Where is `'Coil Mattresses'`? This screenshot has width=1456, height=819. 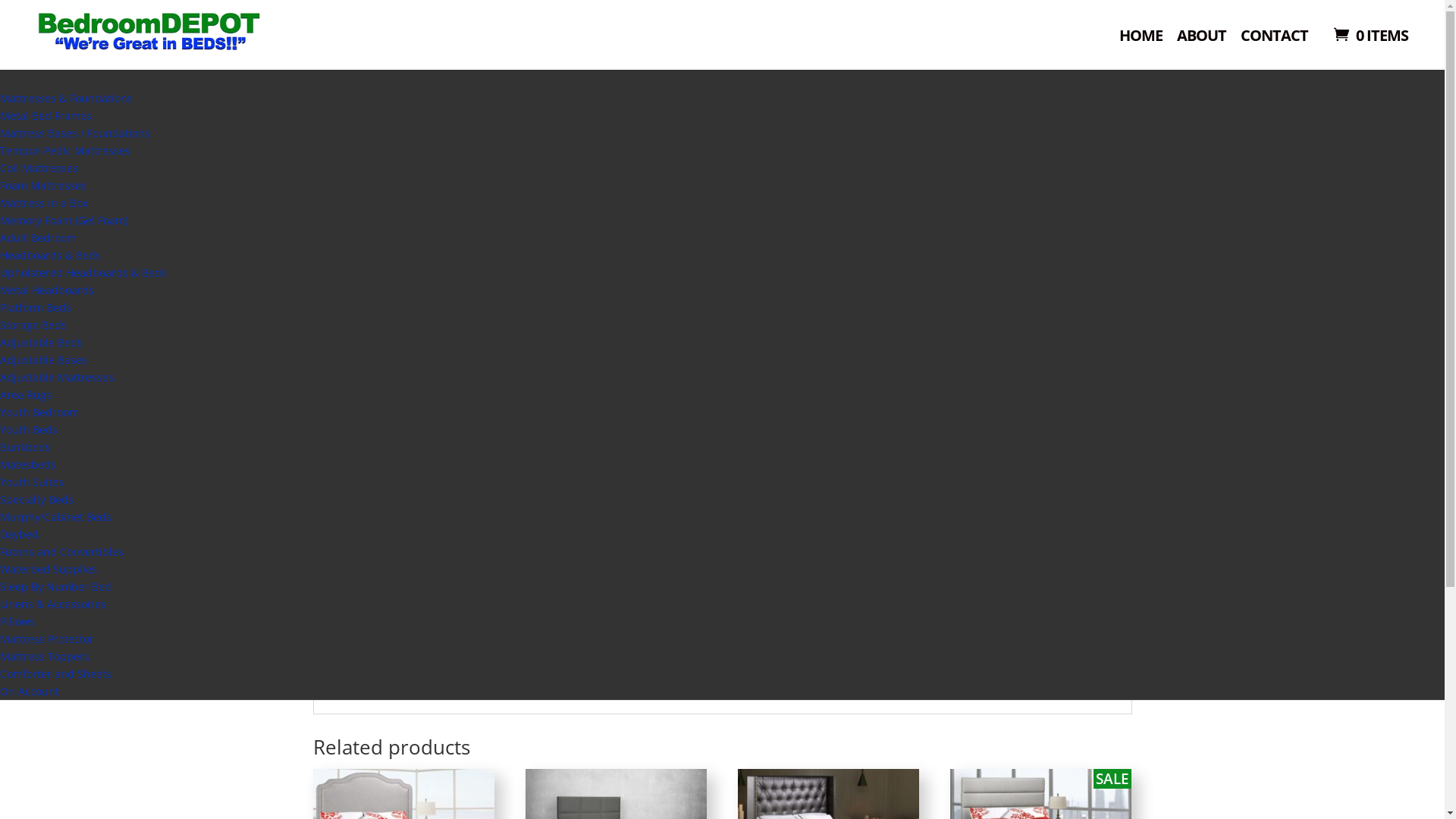
'Coil Mattresses' is located at coordinates (0, 168).